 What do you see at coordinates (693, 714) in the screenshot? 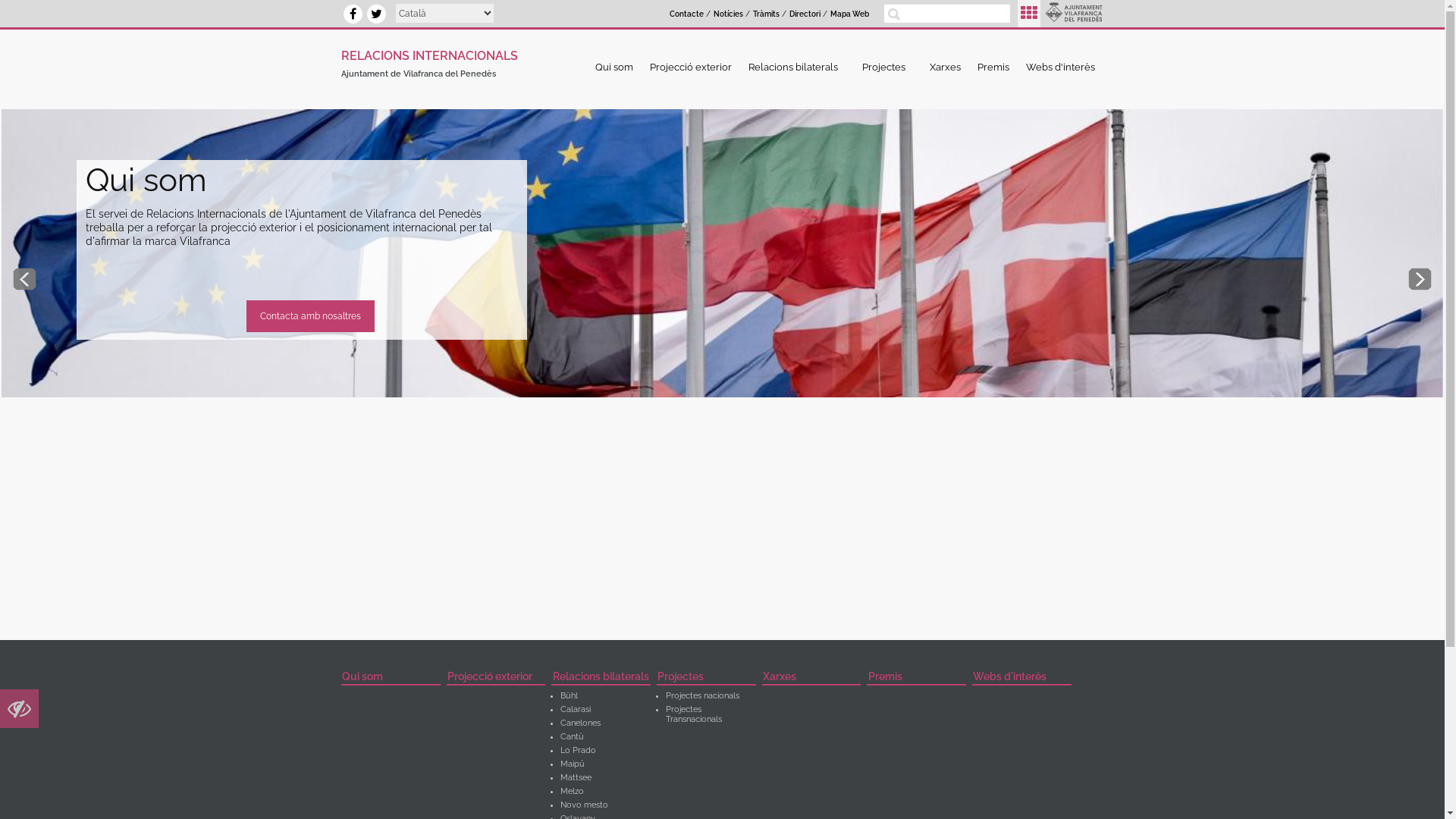
I see `'Projectes Transnacionals'` at bounding box center [693, 714].